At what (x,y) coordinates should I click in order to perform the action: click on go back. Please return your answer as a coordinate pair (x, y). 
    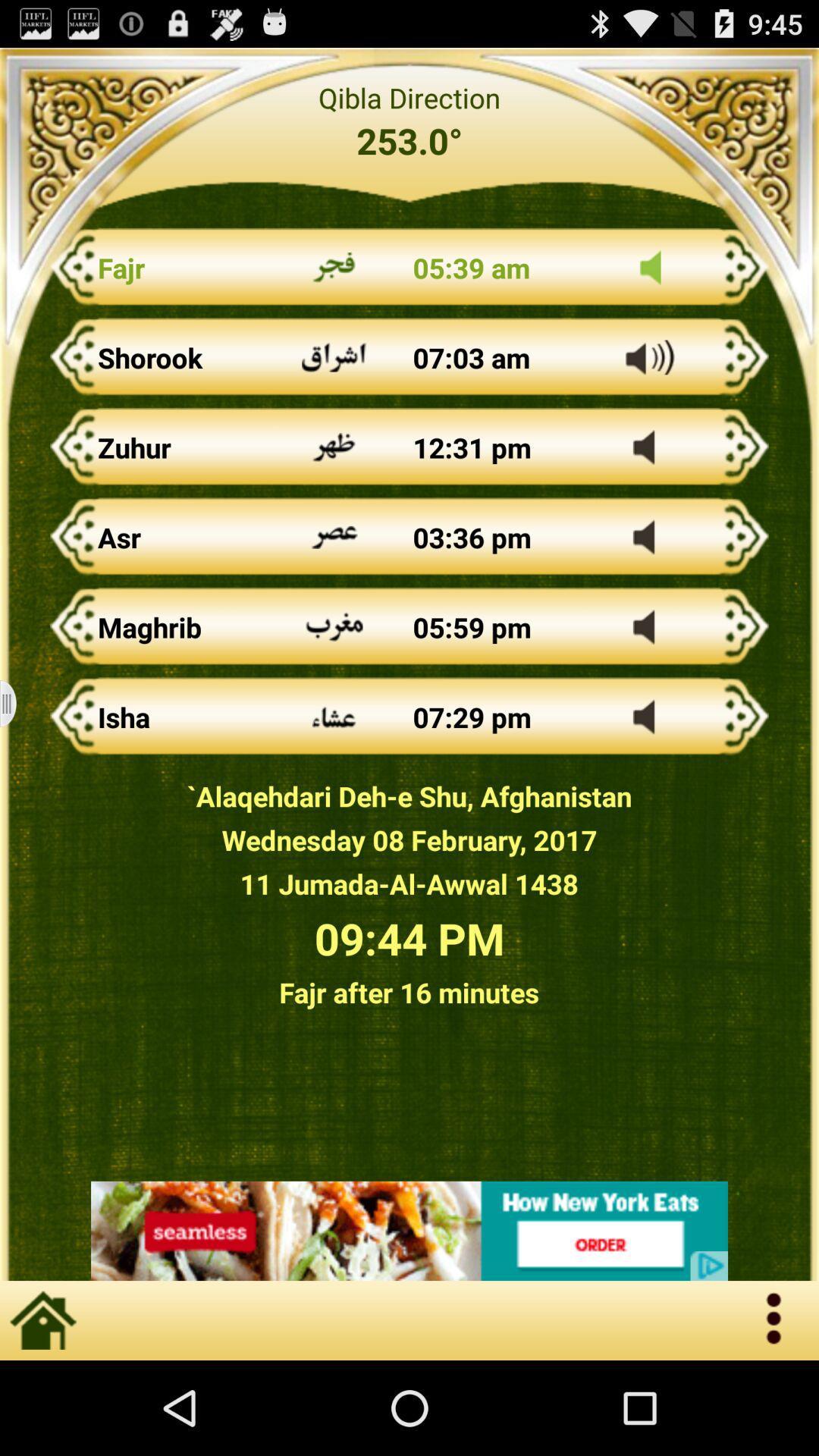
    Looking at the image, I should click on (409, 1231).